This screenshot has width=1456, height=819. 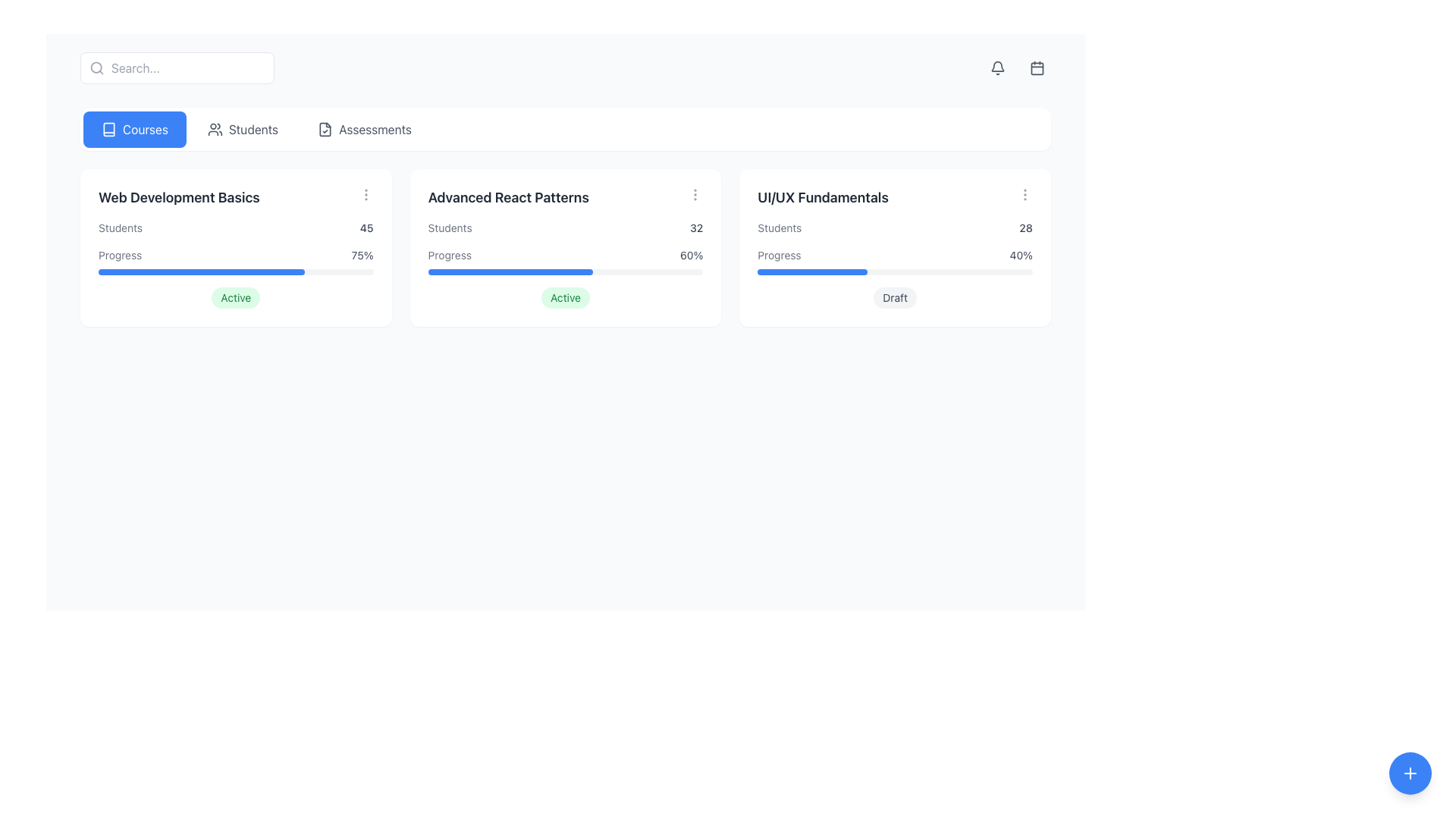 What do you see at coordinates (364, 128) in the screenshot?
I see `the Interactive button labeled 'Assessments' in the navigation bar to observe the visual cue indicating interactivity` at bounding box center [364, 128].